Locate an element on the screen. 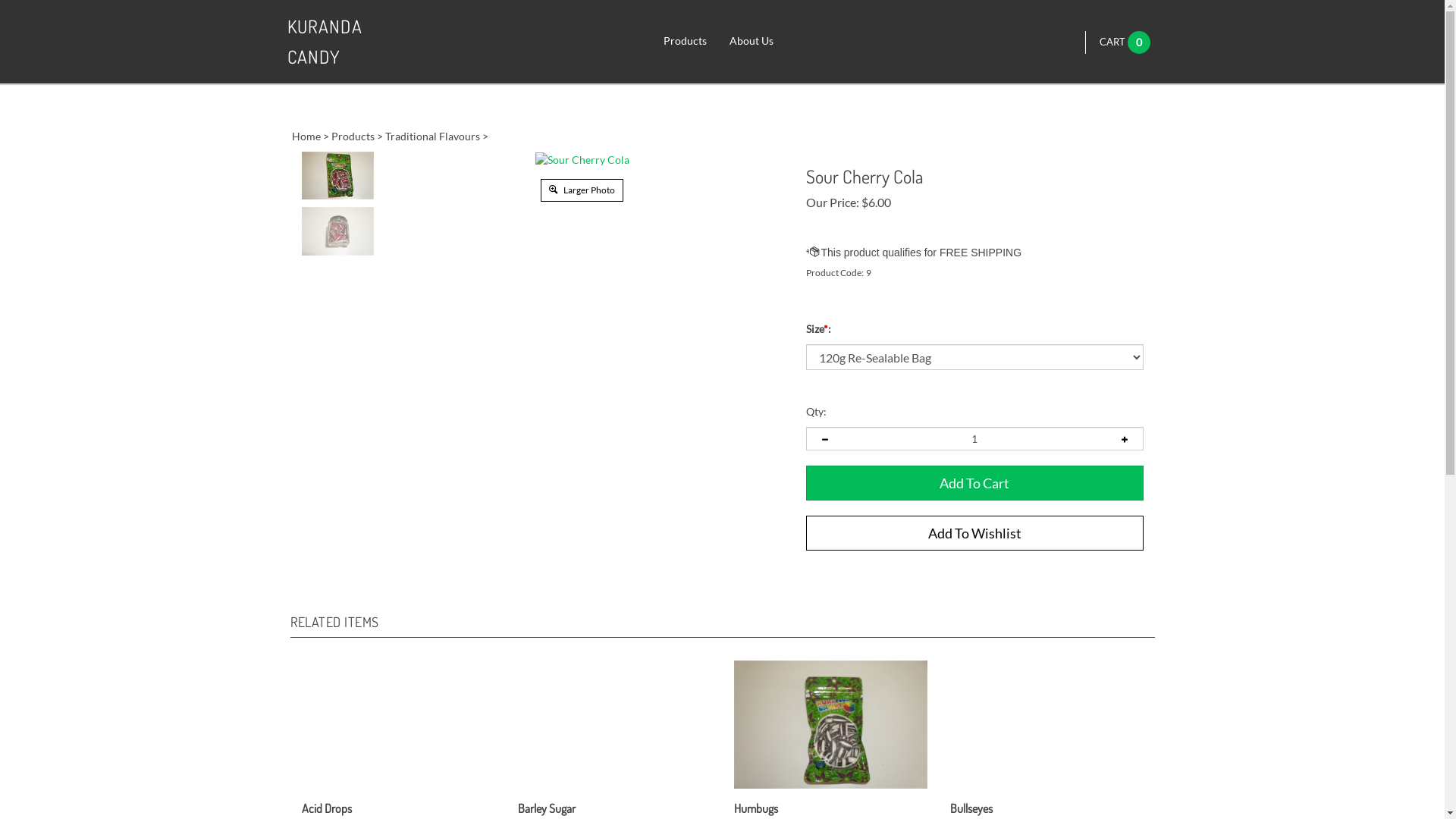  'Sour Cherry Cola' is located at coordinates (582, 159).